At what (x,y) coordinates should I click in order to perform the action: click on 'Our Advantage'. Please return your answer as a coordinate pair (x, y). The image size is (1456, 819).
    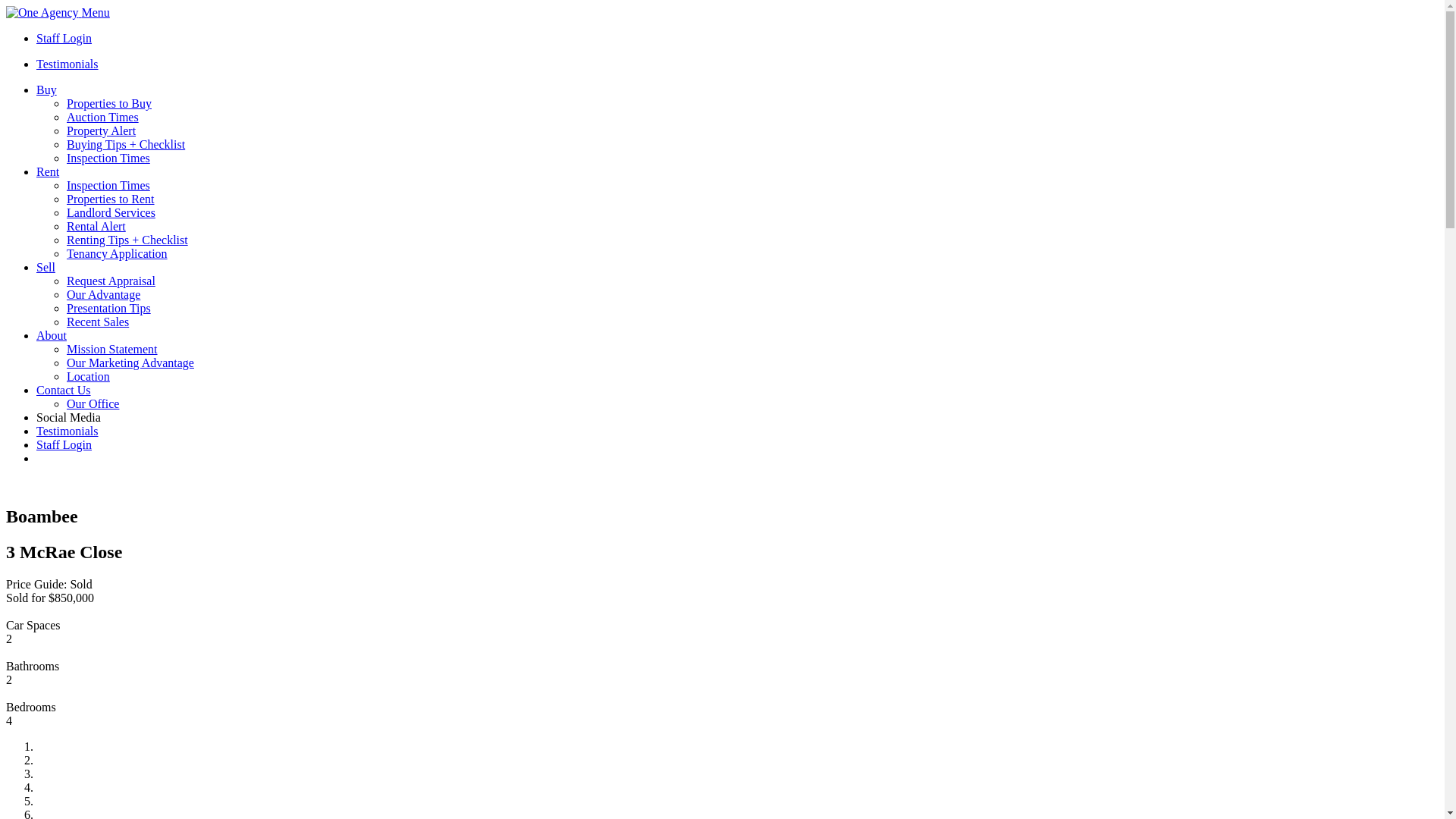
    Looking at the image, I should click on (65, 294).